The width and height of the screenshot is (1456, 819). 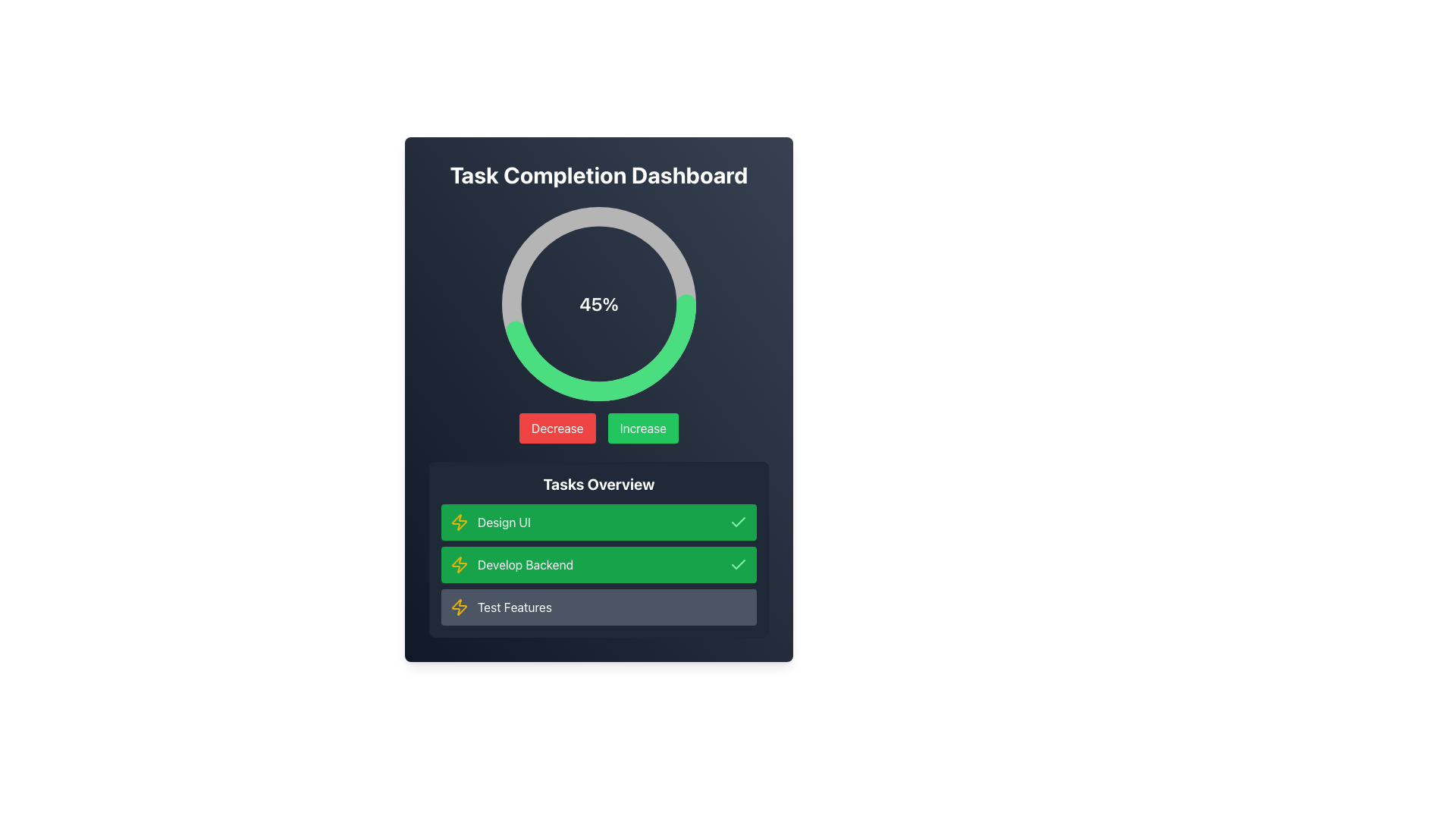 I want to click on the first icon on the left for the task 'Design UI' in the 'Tasks Overview' section of the dashboard, so click(x=458, y=522).